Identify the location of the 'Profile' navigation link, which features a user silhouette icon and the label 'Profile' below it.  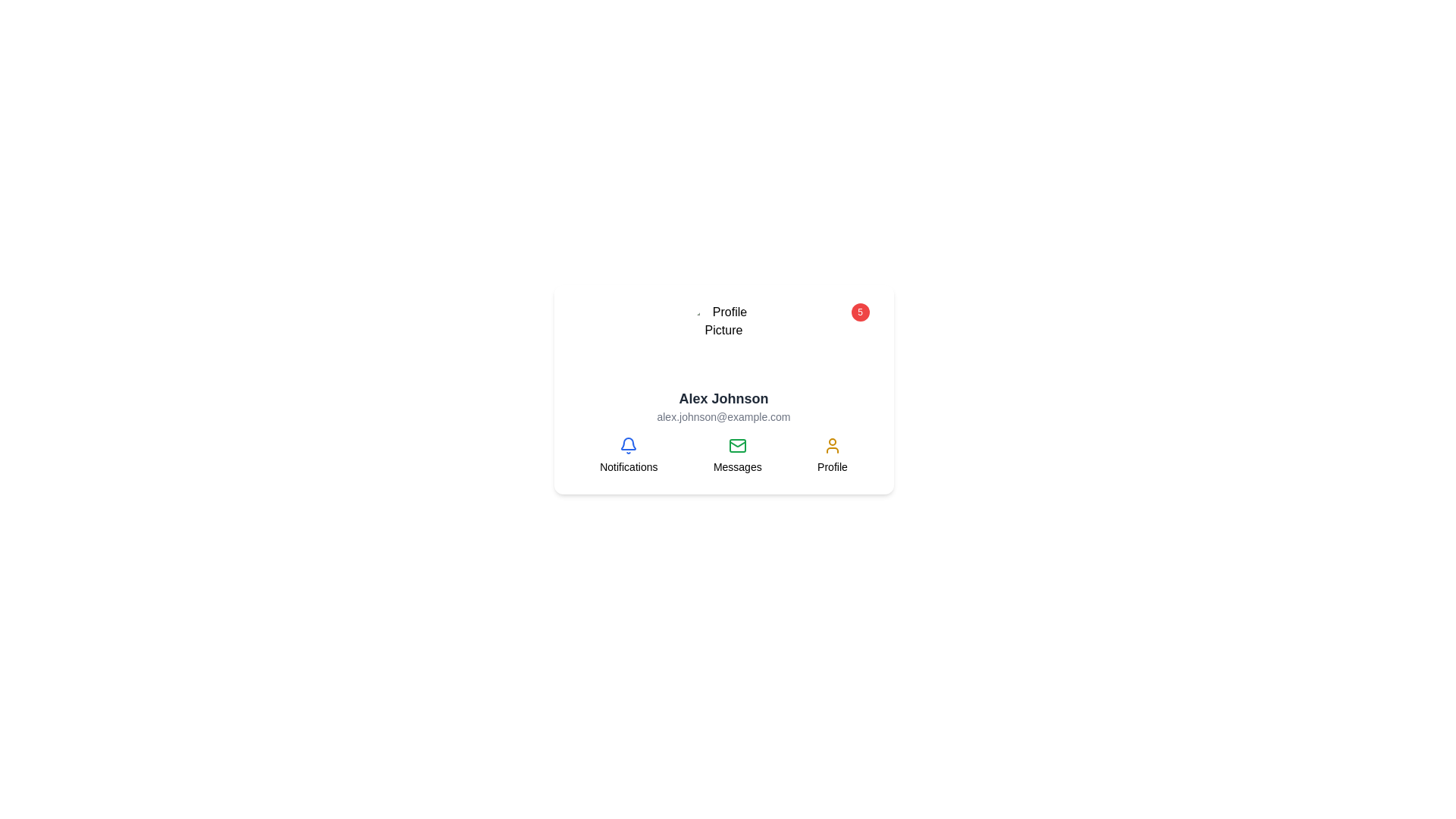
(831, 455).